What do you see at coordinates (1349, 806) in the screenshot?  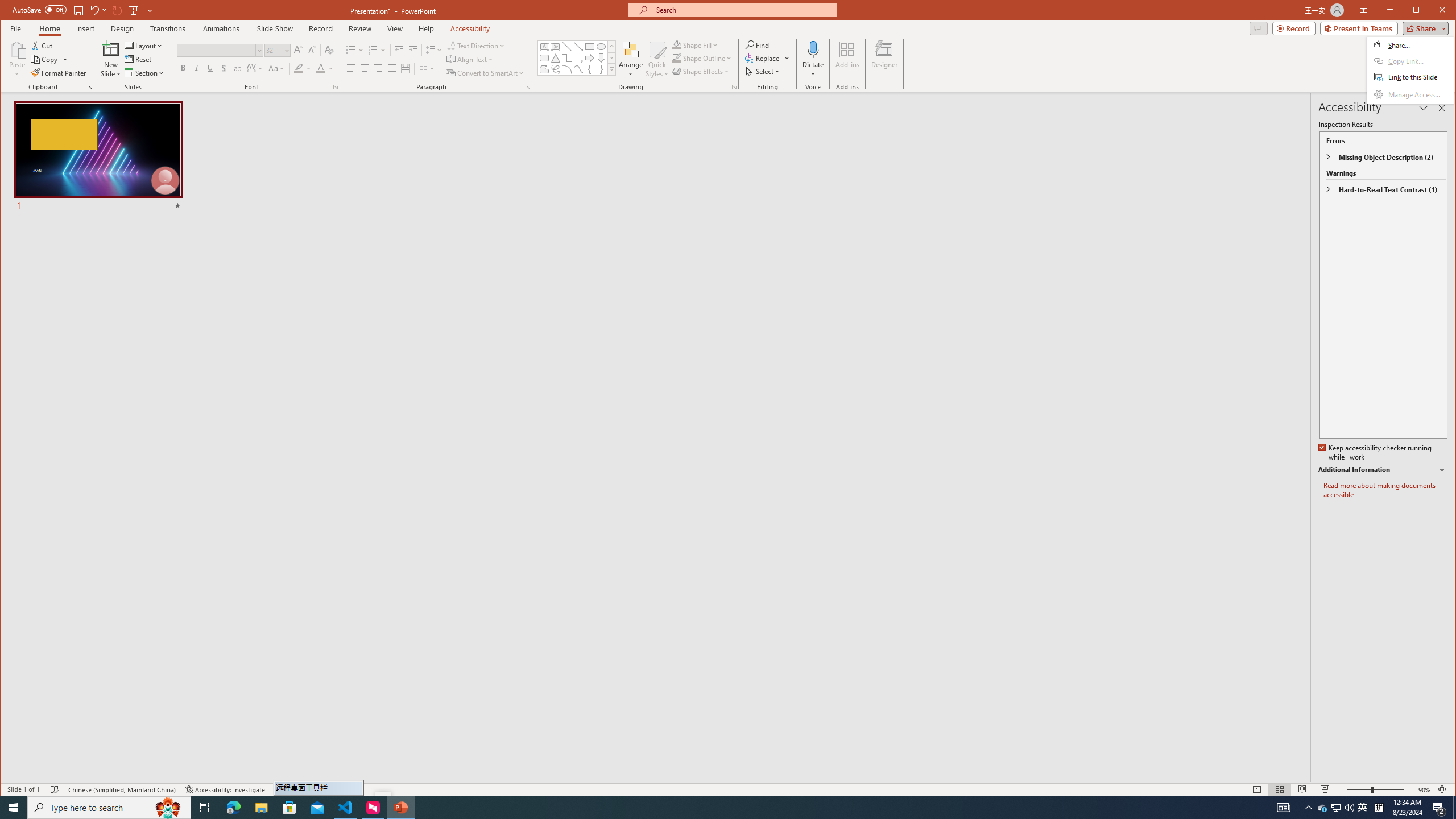 I see `'Q2790: 100%'` at bounding box center [1349, 806].